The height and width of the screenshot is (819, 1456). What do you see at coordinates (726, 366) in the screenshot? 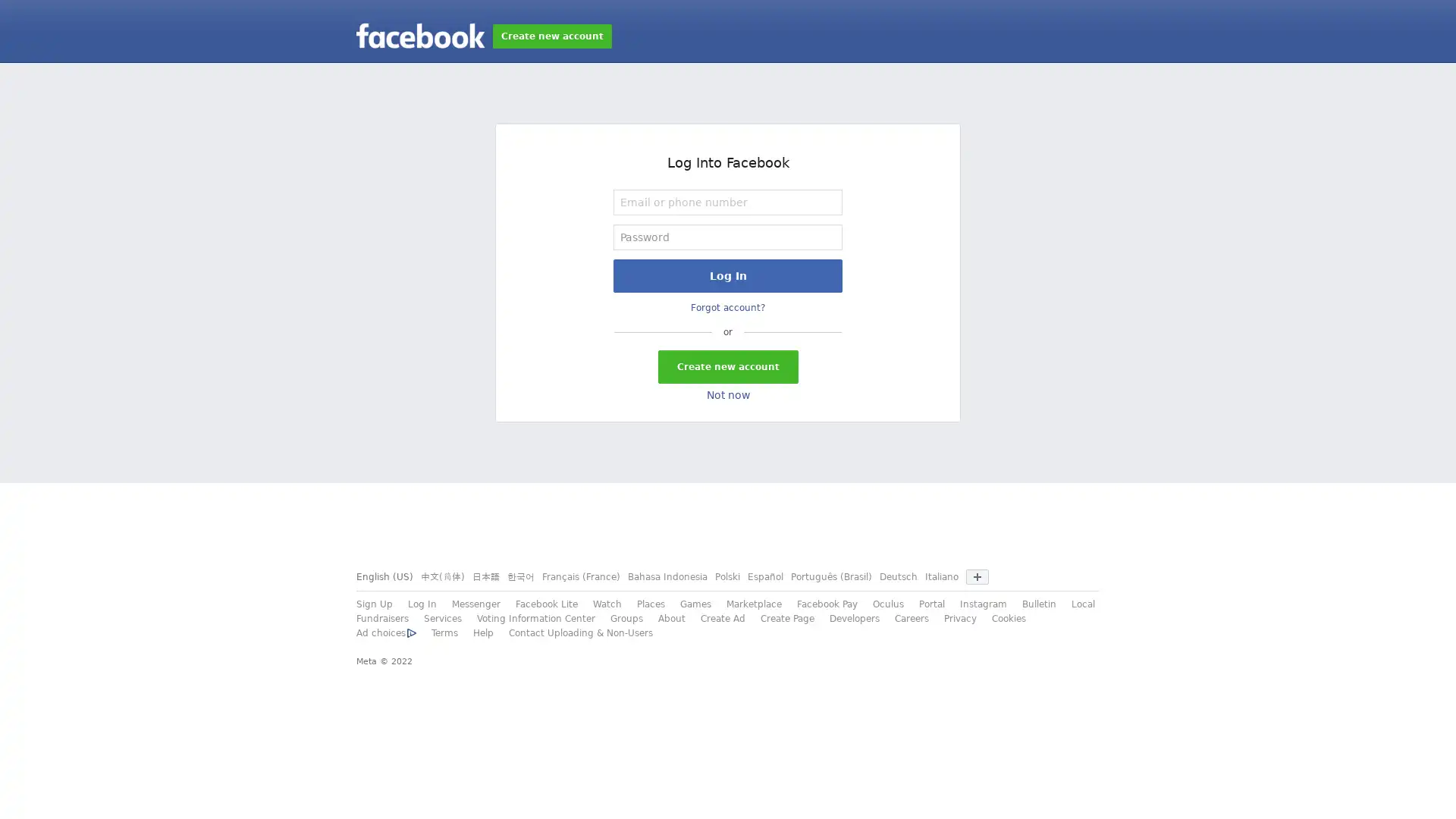
I see `Create new account` at bounding box center [726, 366].